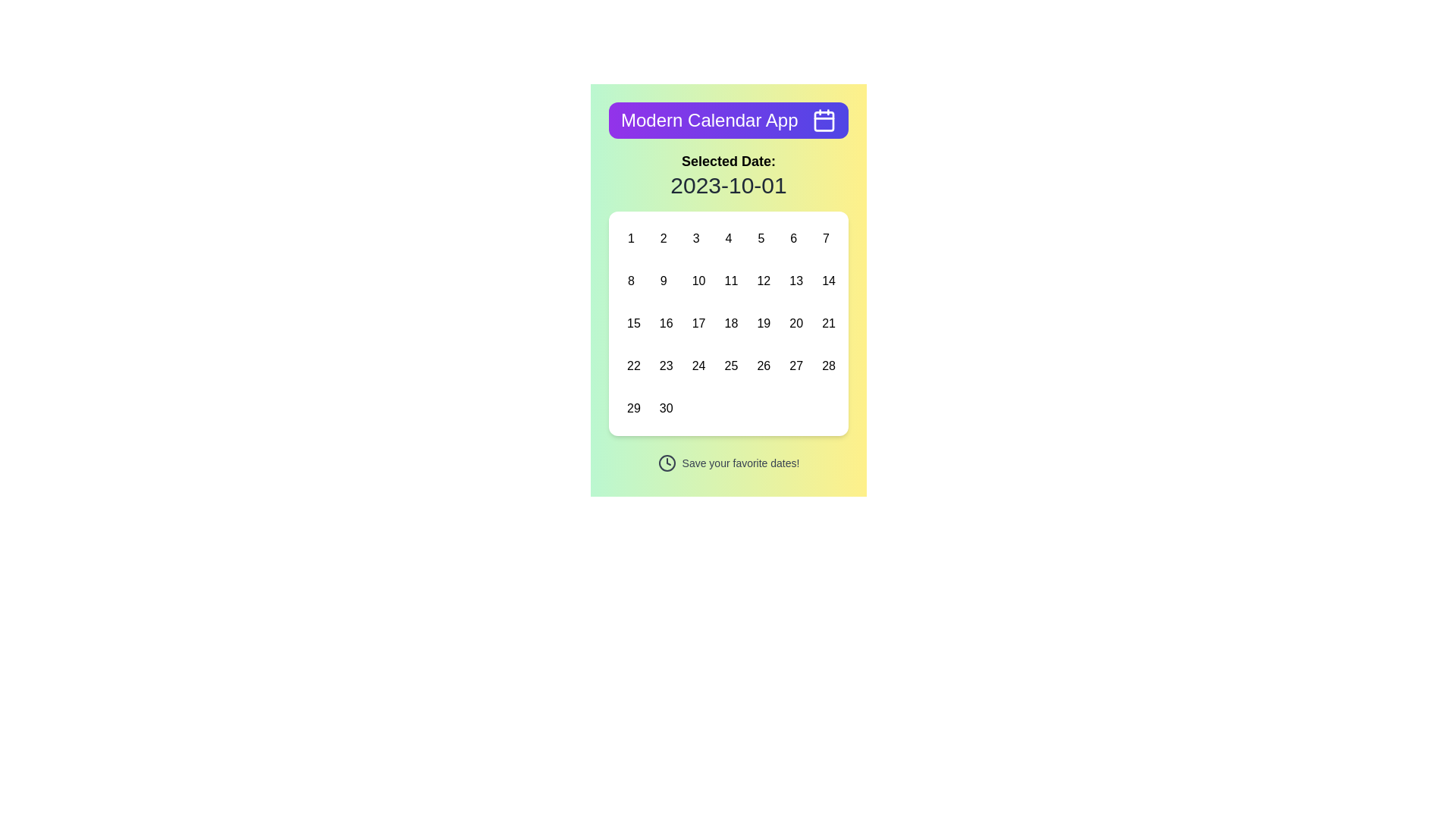 This screenshot has width=1456, height=819. What do you see at coordinates (761, 239) in the screenshot?
I see `the selectable day button '5' in the calendar interface` at bounding box center [761, 239].